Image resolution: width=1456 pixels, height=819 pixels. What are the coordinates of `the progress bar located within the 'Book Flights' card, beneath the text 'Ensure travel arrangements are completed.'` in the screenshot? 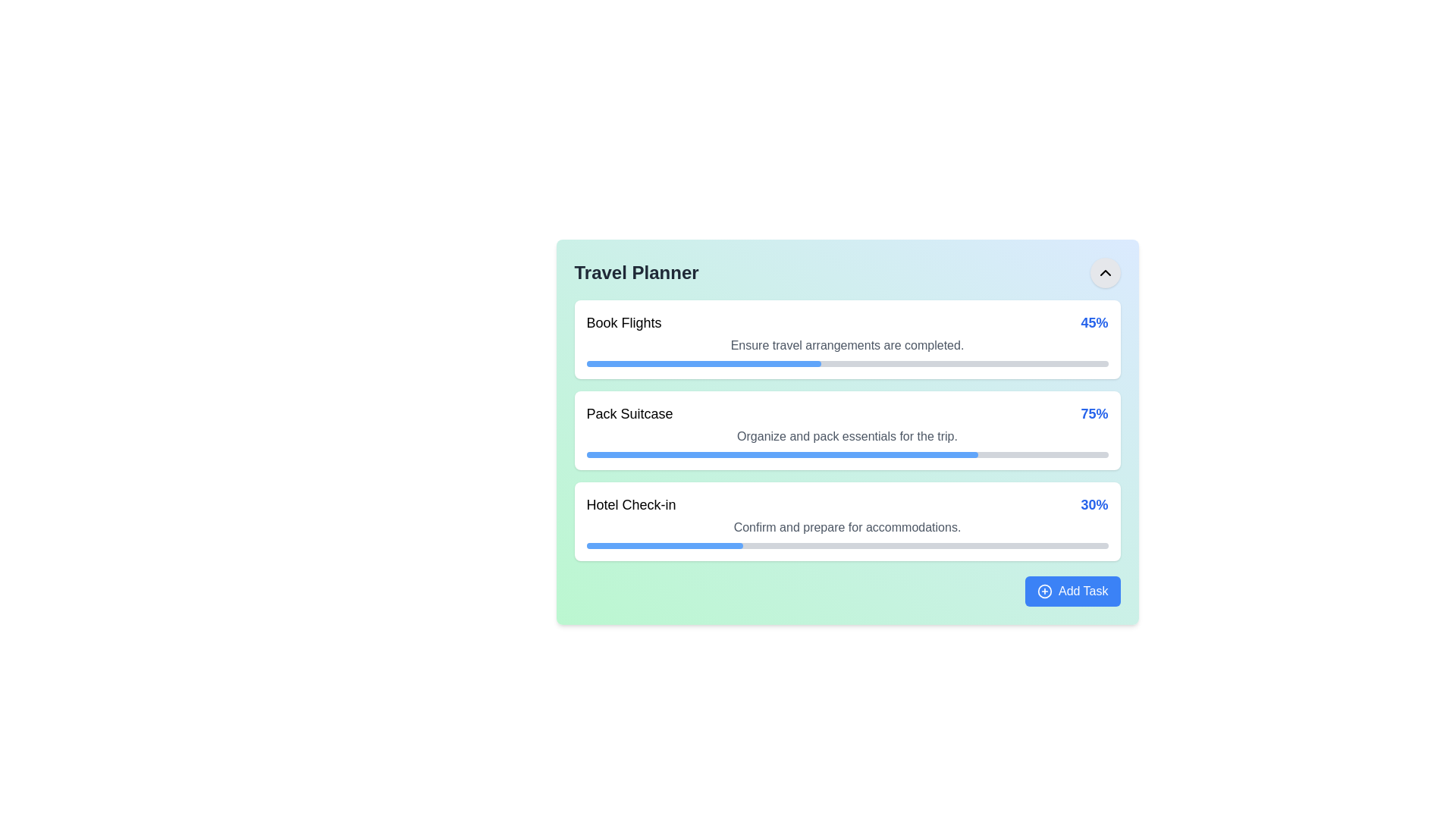 It's located at (846, 363).